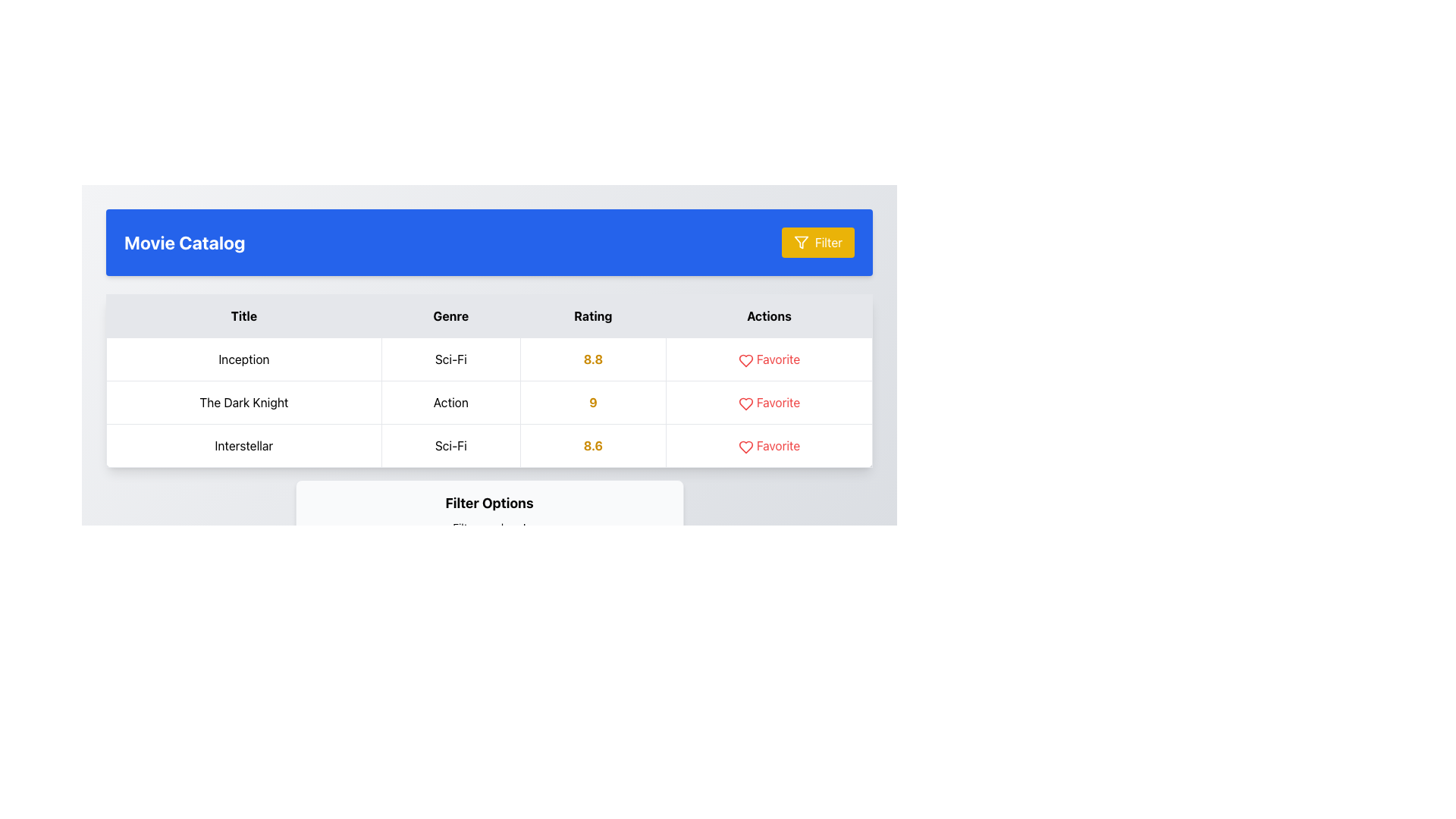  I want to click on the static text element displaying the genre 'Sci-Fi' for the movie 'Interstellar', located in the second column of the third row of the movie table, so click(450, 444).